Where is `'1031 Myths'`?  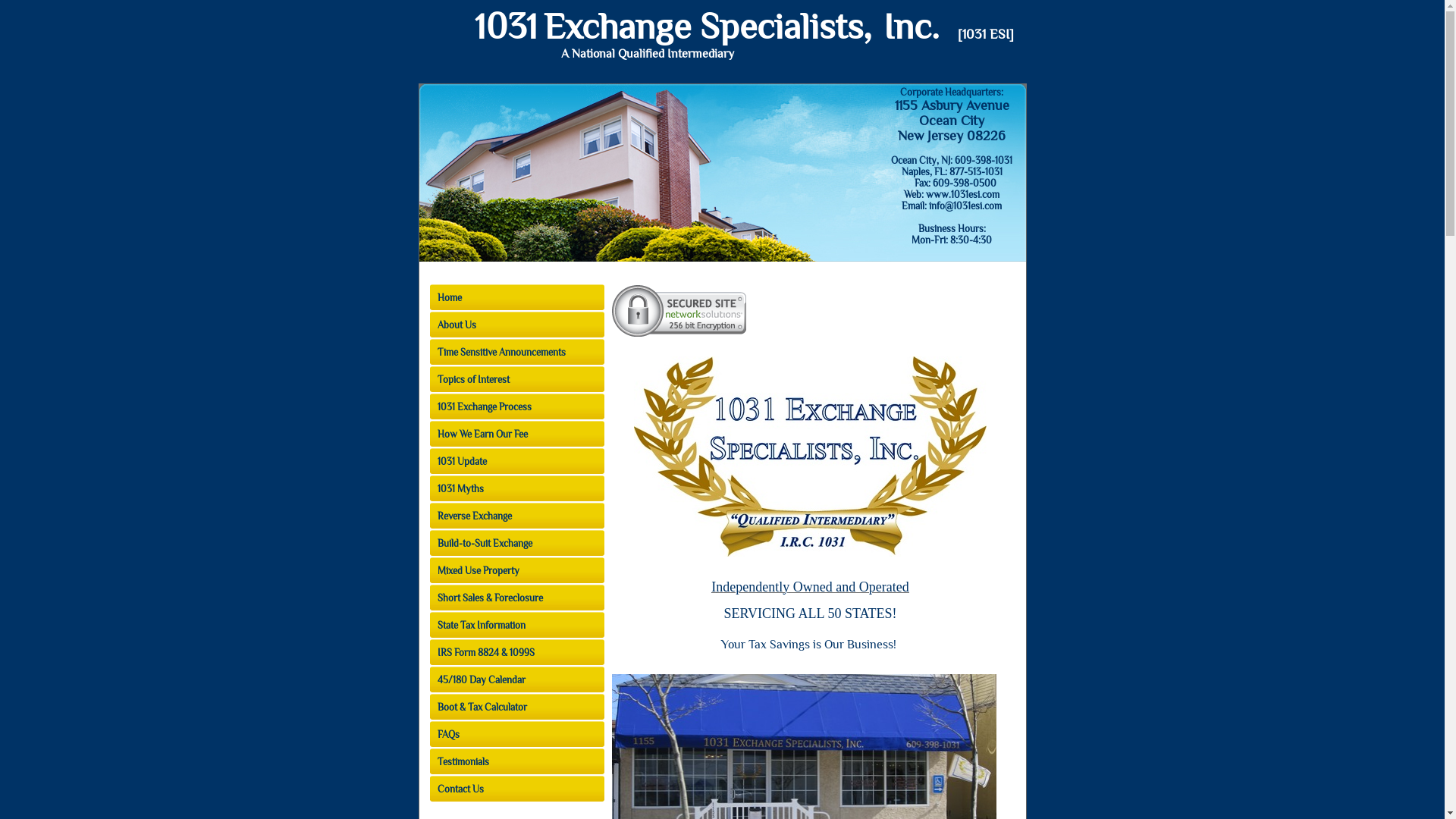
'1031 Myths' is located at coordinates (516, 488).